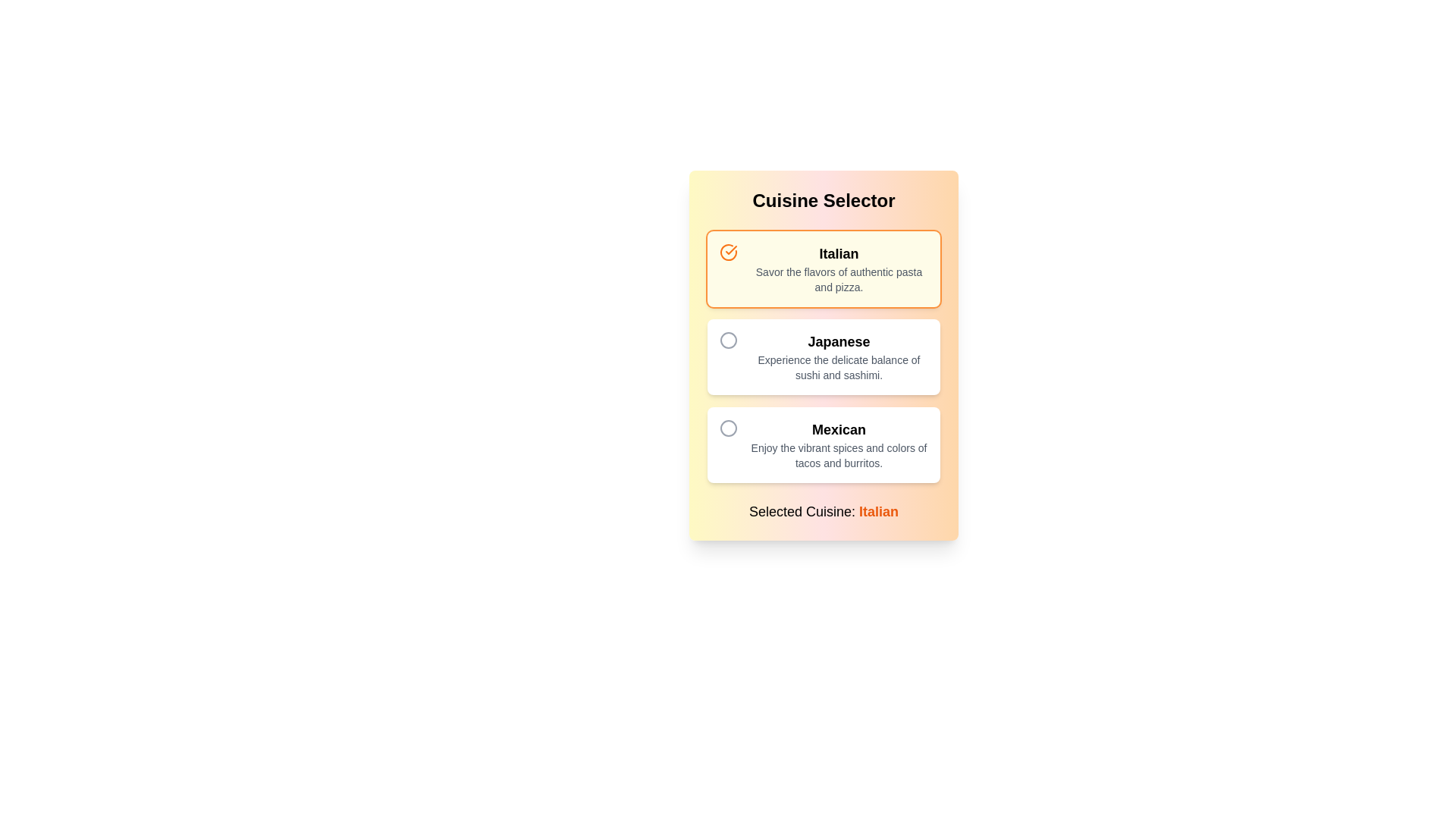  What do you see at coordinates (728, 428) in the screenshot?
I see `the circular SVG element that is part of the 'Japanese' option in the list, positioned to the left of its text content` at bounding box center [728, 428].